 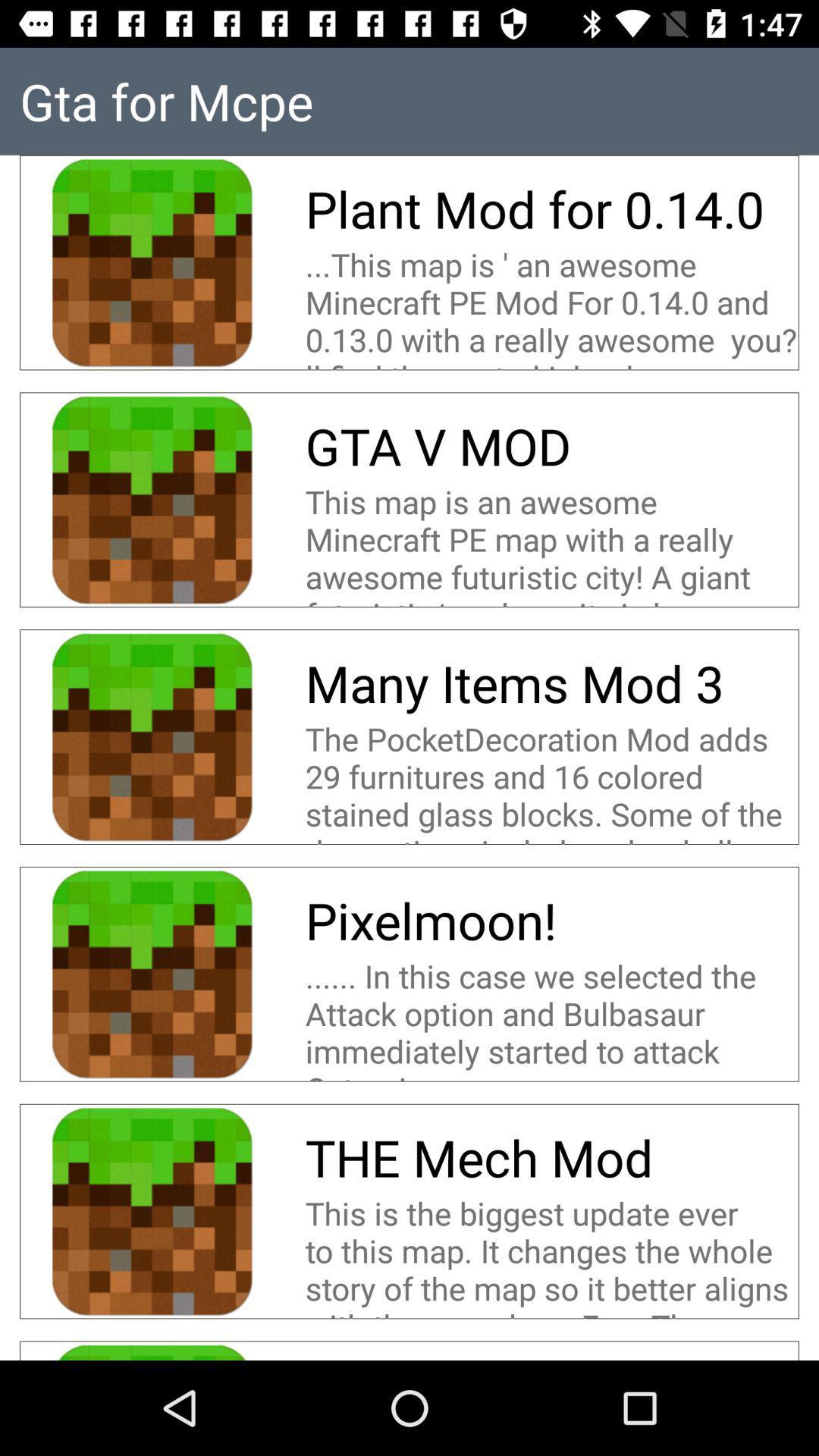 I want to click on item below many items mod icon, so click(x=552, y=780).